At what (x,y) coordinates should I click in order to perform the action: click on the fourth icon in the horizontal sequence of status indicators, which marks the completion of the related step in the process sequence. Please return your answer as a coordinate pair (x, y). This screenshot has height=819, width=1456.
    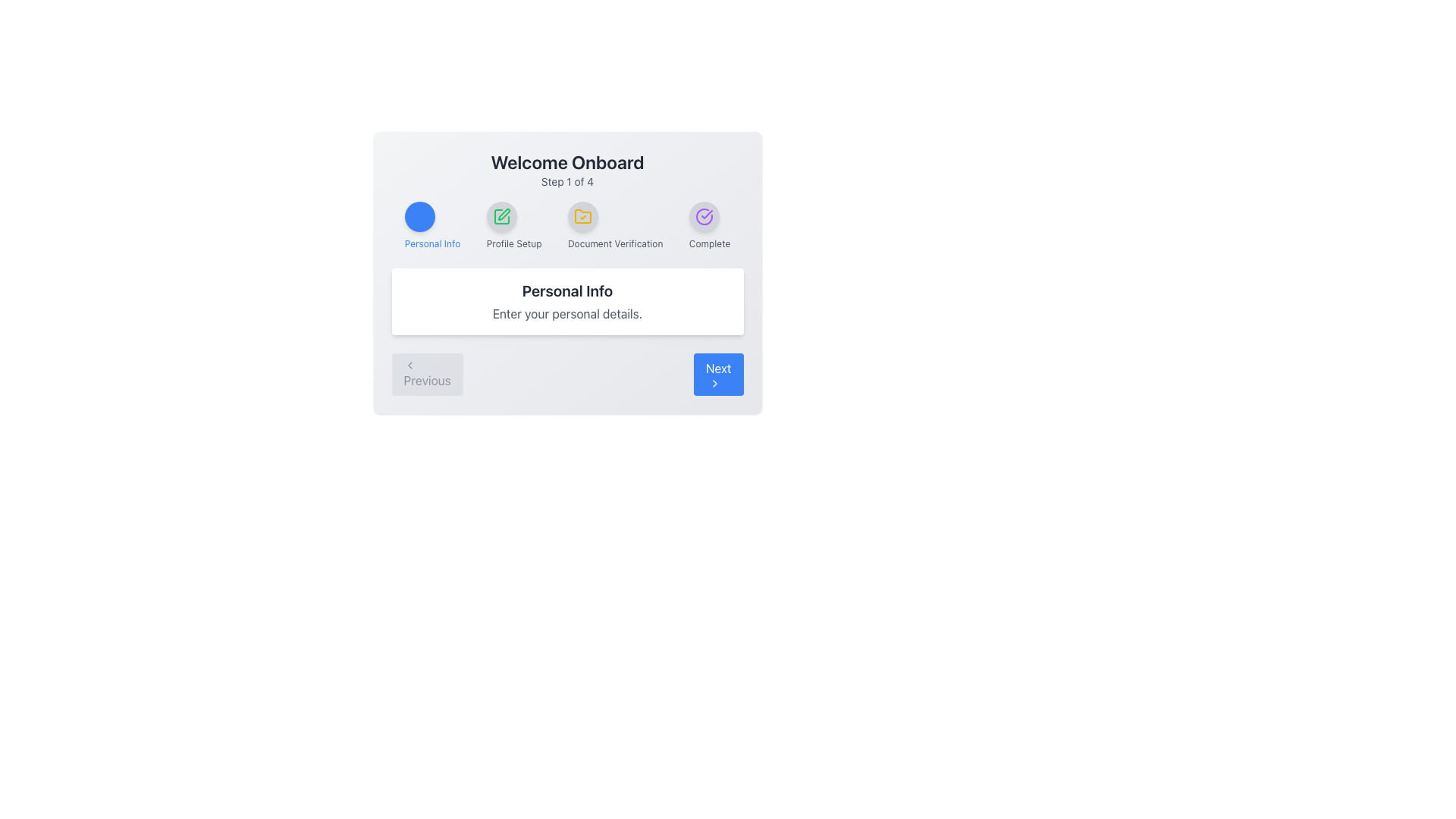
    Looking at the image, I should click on (703, 216).